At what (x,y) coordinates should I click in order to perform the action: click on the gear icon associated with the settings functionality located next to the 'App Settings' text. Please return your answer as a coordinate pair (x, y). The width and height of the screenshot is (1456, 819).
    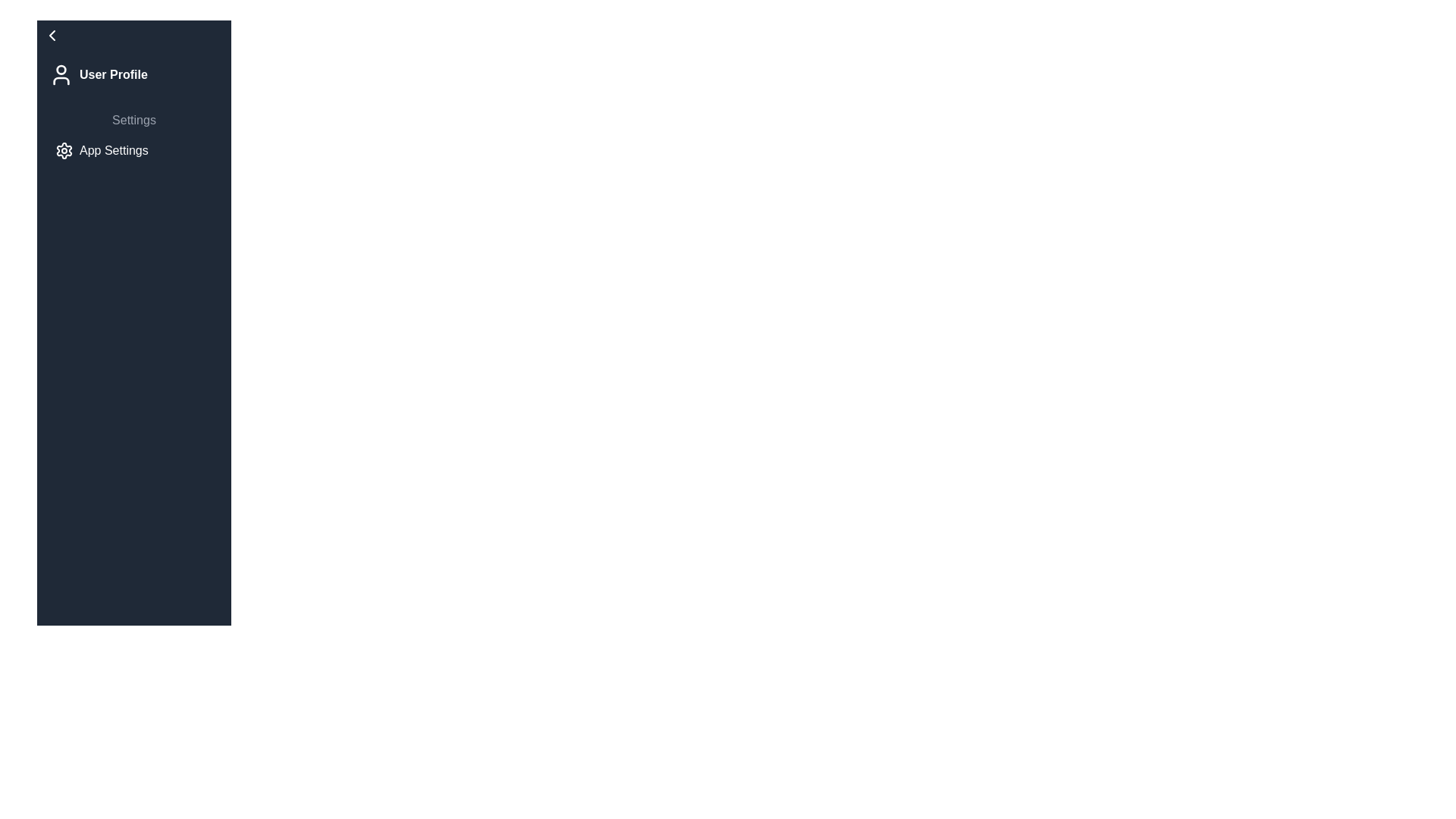
    Looking at the image, I should click on (64, 151).